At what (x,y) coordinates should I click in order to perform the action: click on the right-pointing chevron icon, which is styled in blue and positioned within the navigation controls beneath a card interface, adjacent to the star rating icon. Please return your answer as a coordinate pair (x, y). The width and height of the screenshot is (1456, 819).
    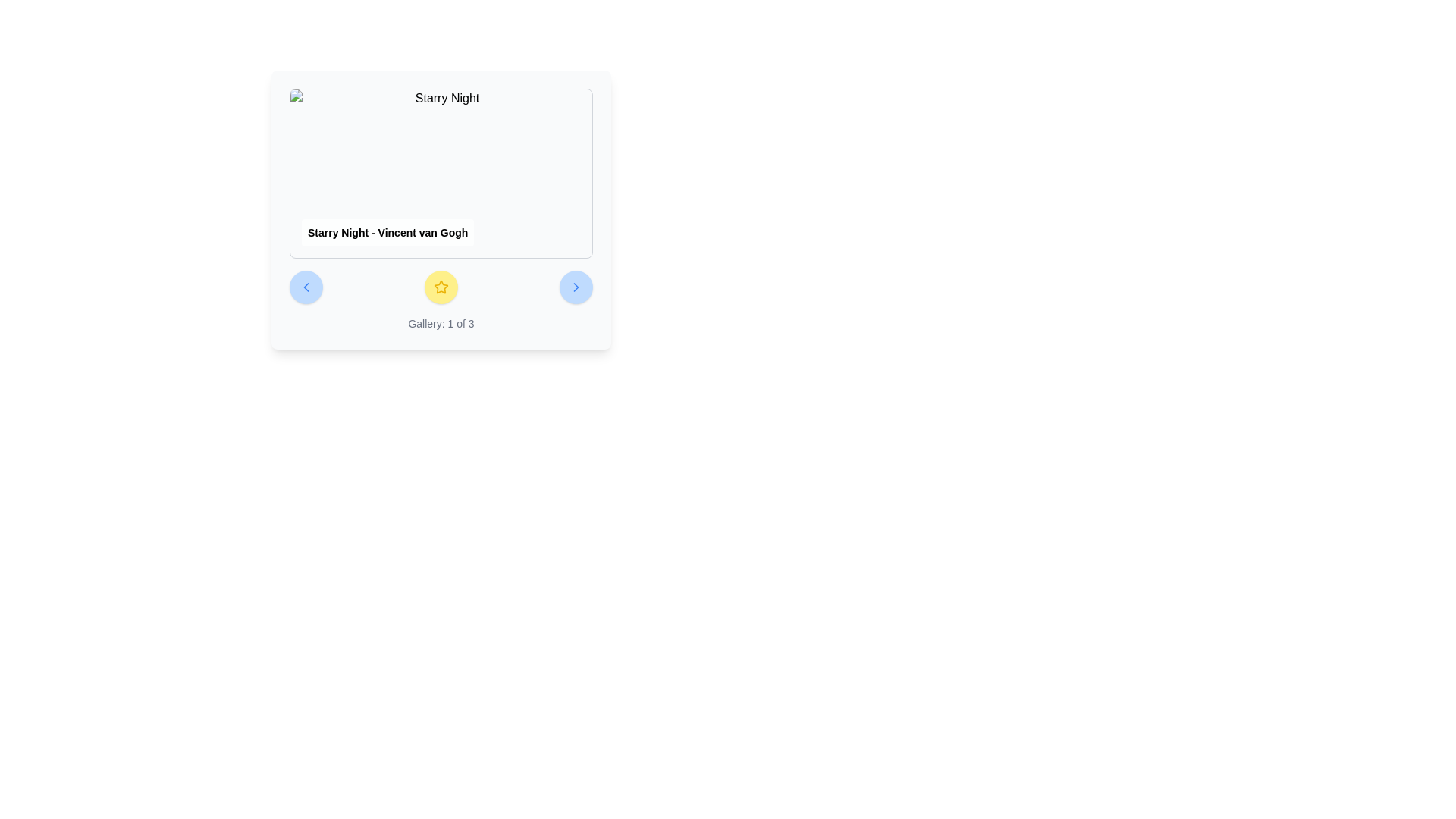
    Looking at the image, I should click on (575, 287).